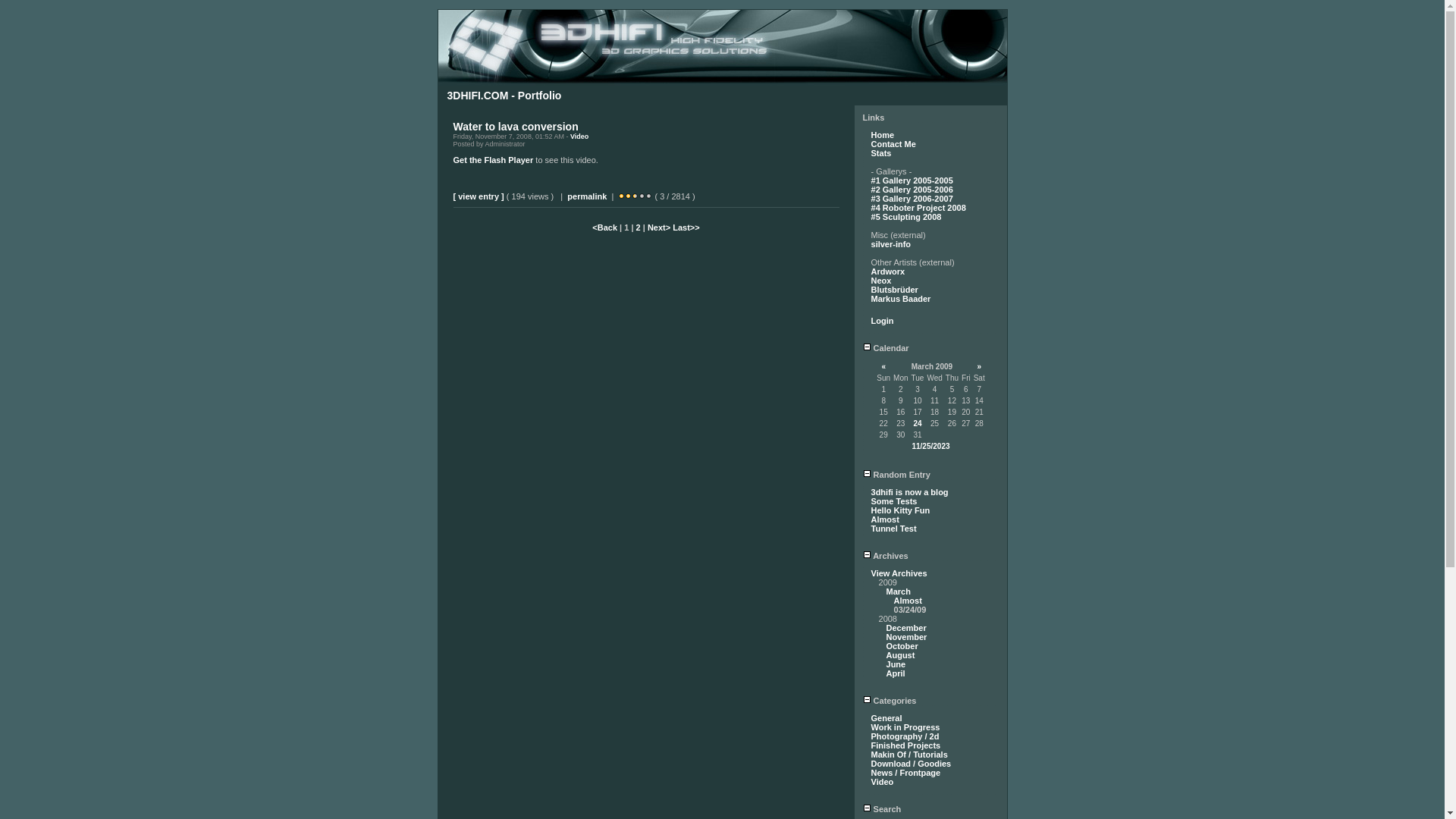 The height and width of the screenshot is (819, 1456). What do you see at coordinates (896, 473) in the screenshot?
I see `'Random Entry'` at bounding box center [896, 473].